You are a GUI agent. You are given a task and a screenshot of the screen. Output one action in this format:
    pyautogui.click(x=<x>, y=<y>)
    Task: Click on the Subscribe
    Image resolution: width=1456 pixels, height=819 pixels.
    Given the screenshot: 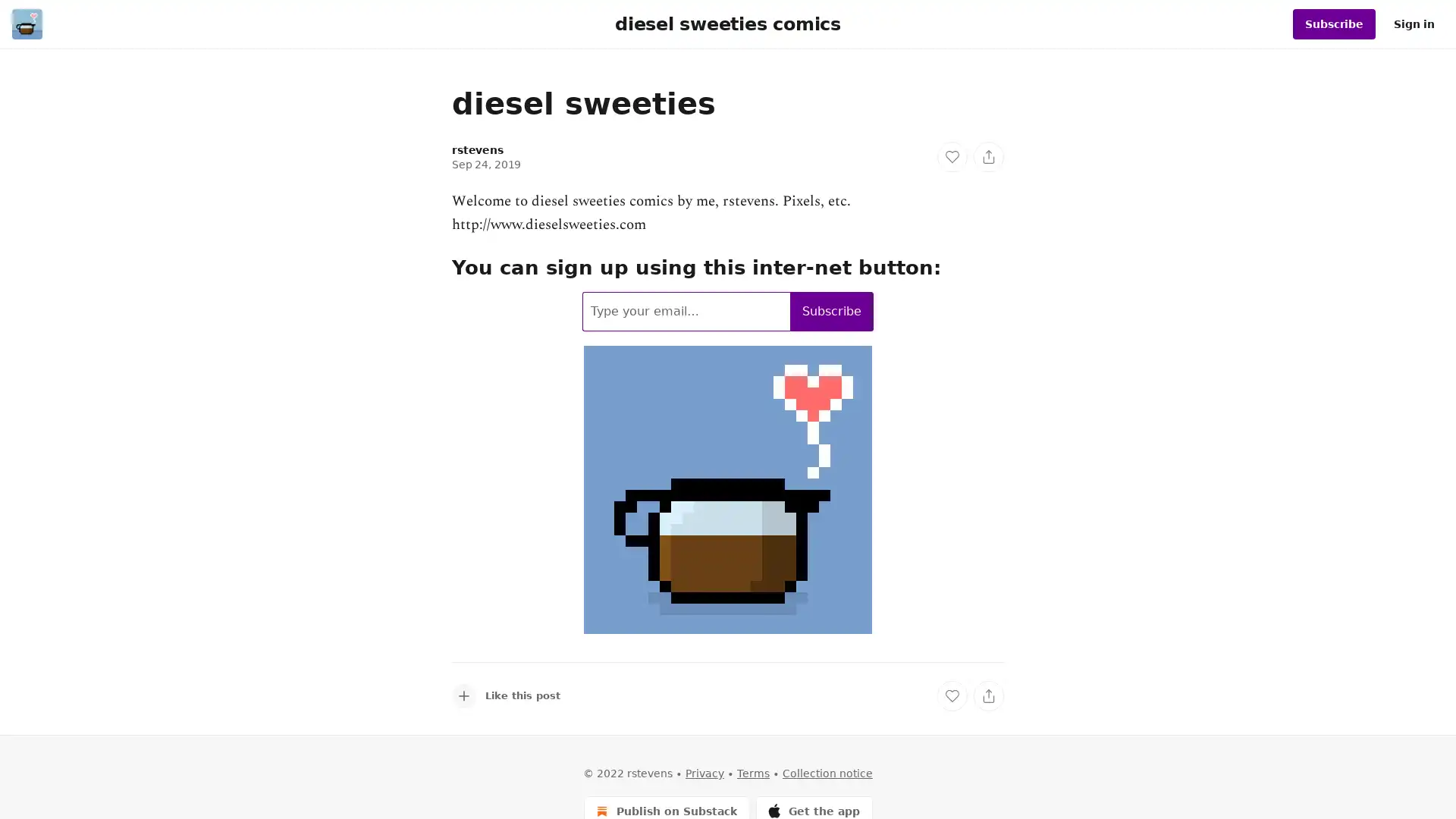 What is the action you would take?
    pyautogui.click(x=831, y=309)
    